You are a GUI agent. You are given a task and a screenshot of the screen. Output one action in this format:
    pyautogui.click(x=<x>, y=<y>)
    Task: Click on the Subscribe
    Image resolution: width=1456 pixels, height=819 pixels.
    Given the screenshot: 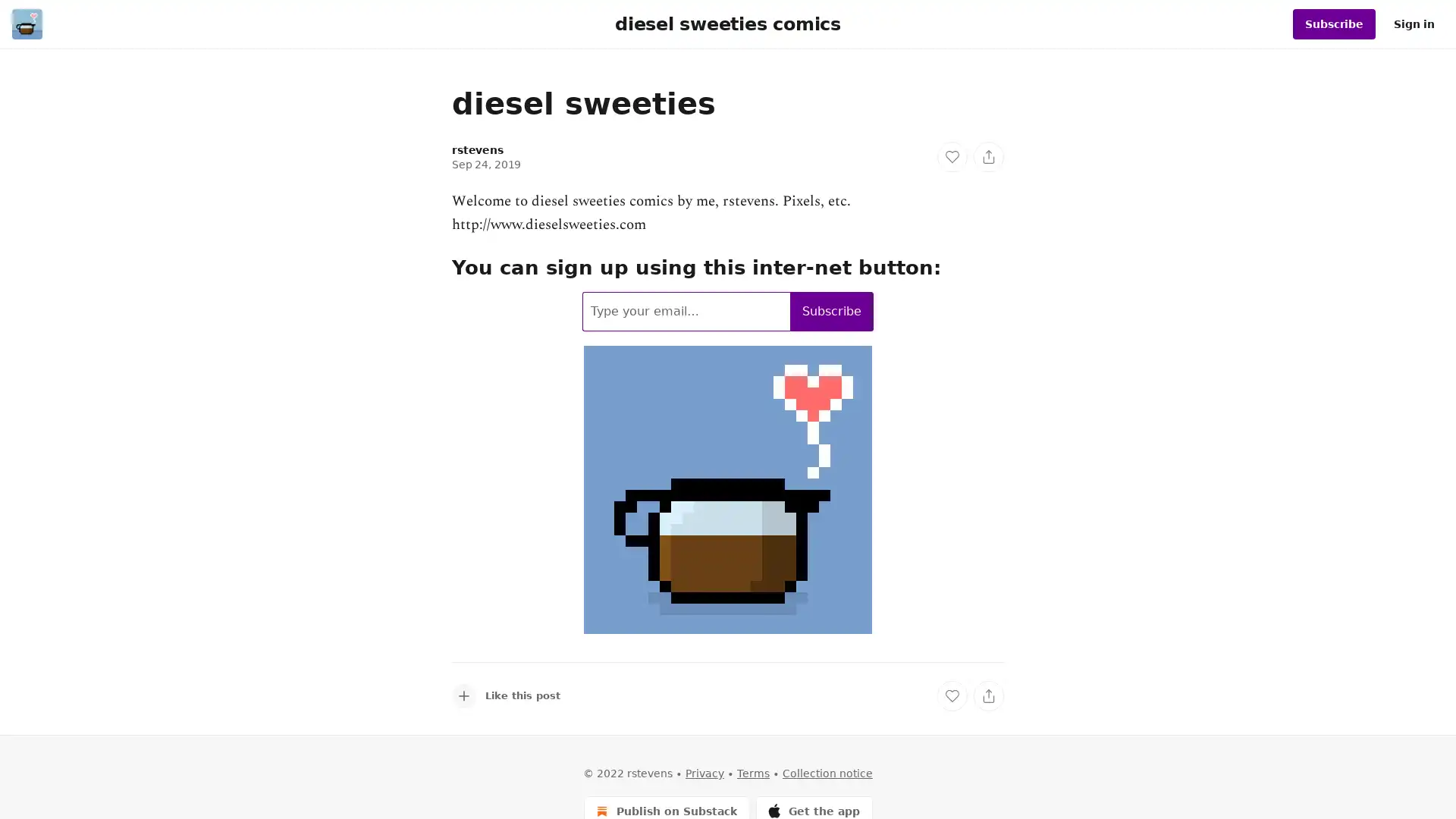 What is the action you would take?
    pyautogui.click(x=831, y=309)
    